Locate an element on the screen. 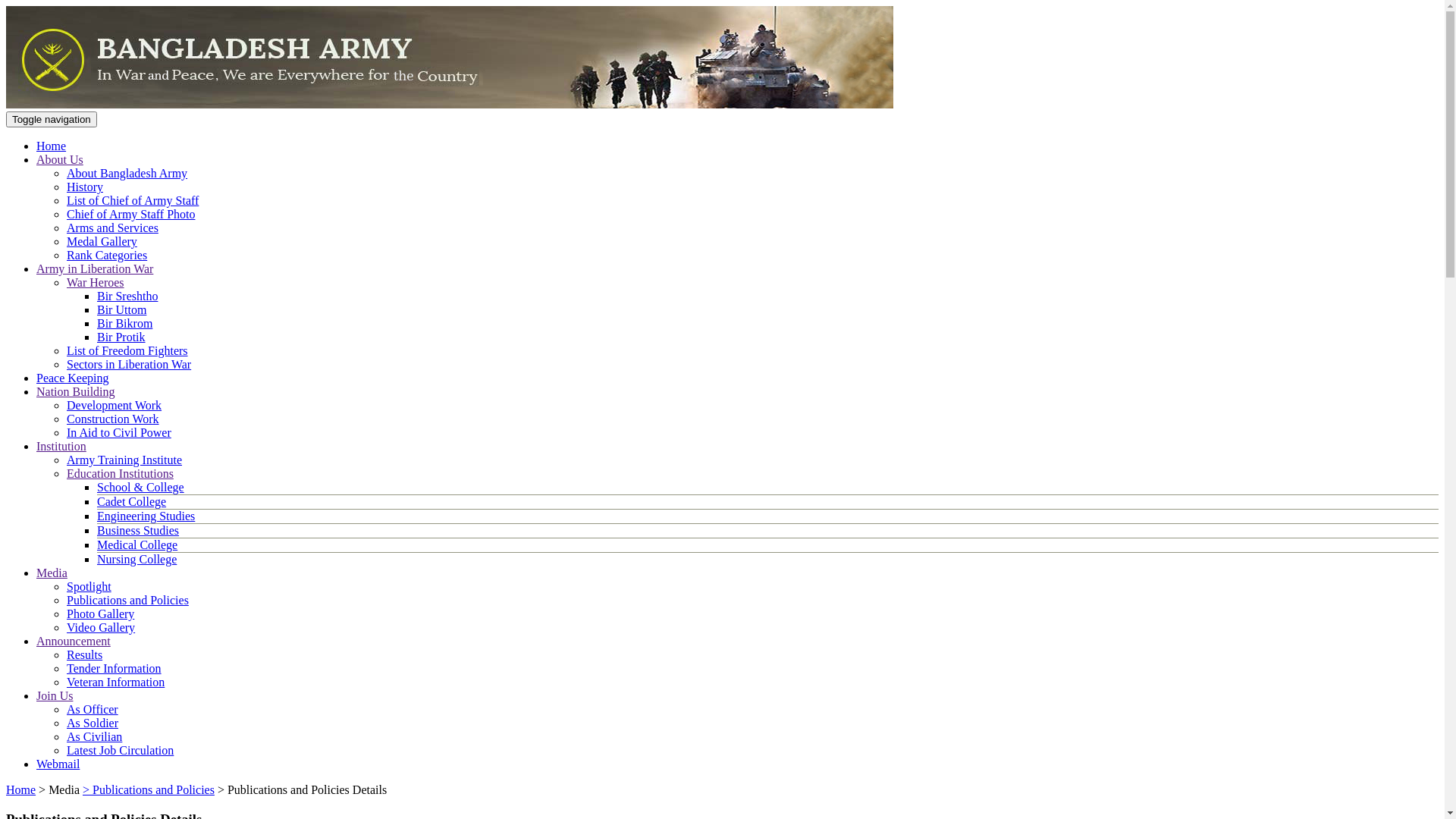 The height and width of the screenshot is (819, 1456). 'Spotlight' is located at coordinates (88, 585).